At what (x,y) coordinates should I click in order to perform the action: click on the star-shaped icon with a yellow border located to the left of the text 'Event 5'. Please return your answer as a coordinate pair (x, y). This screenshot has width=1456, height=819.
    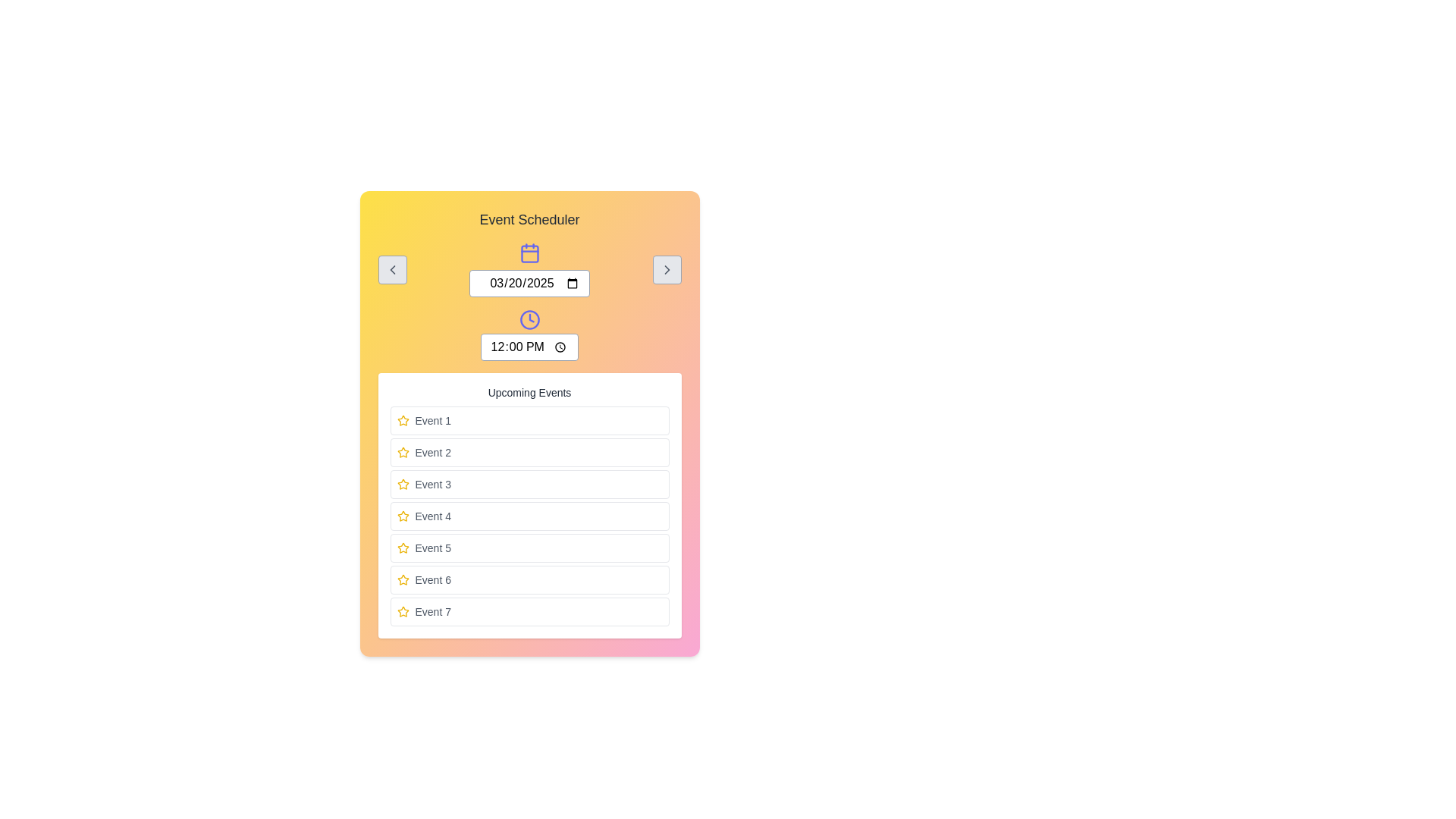
    Looking at the image, I should click on (403, 548).